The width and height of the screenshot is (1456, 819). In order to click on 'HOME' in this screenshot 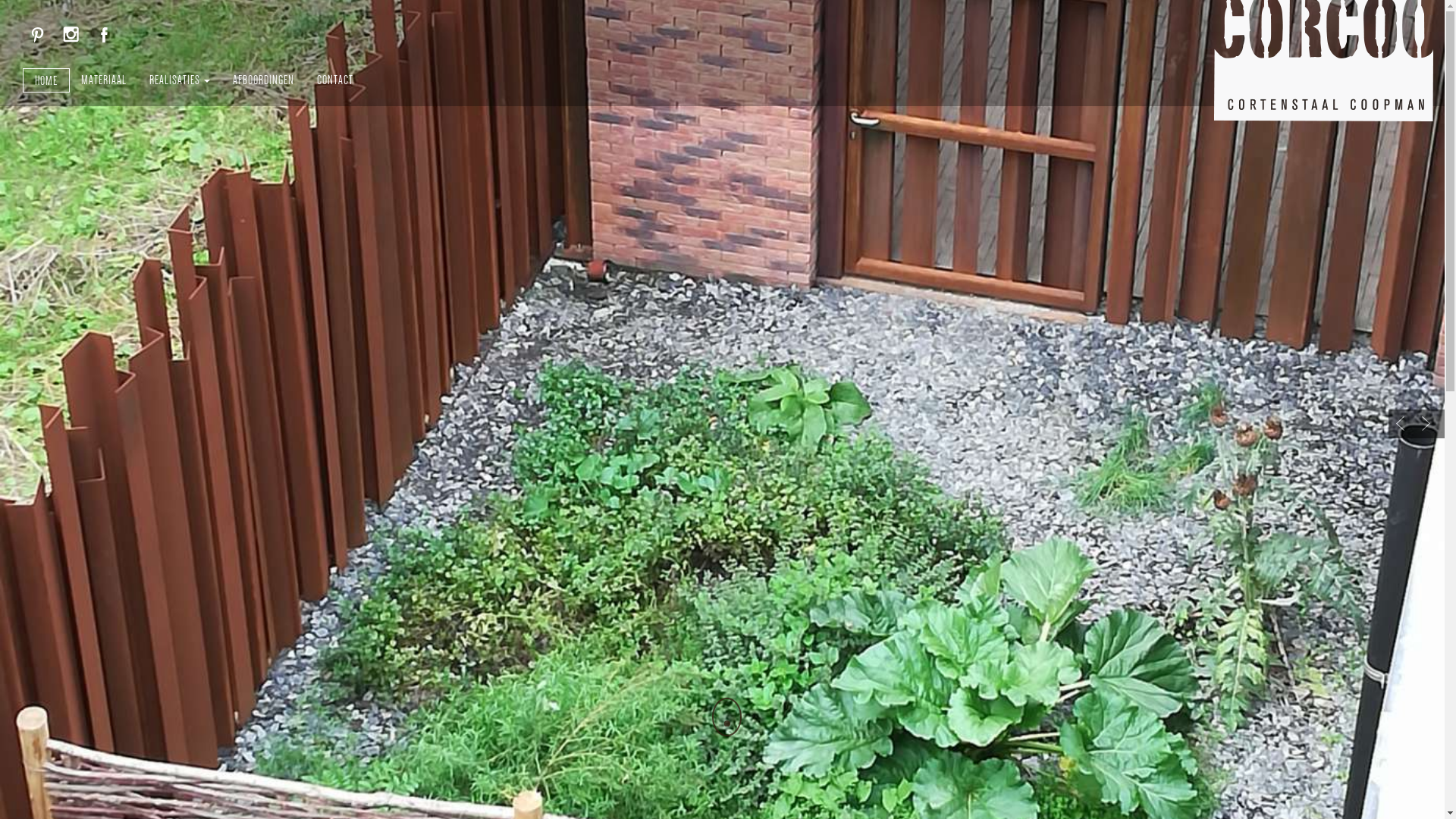, I will do `click(46, 80)`.